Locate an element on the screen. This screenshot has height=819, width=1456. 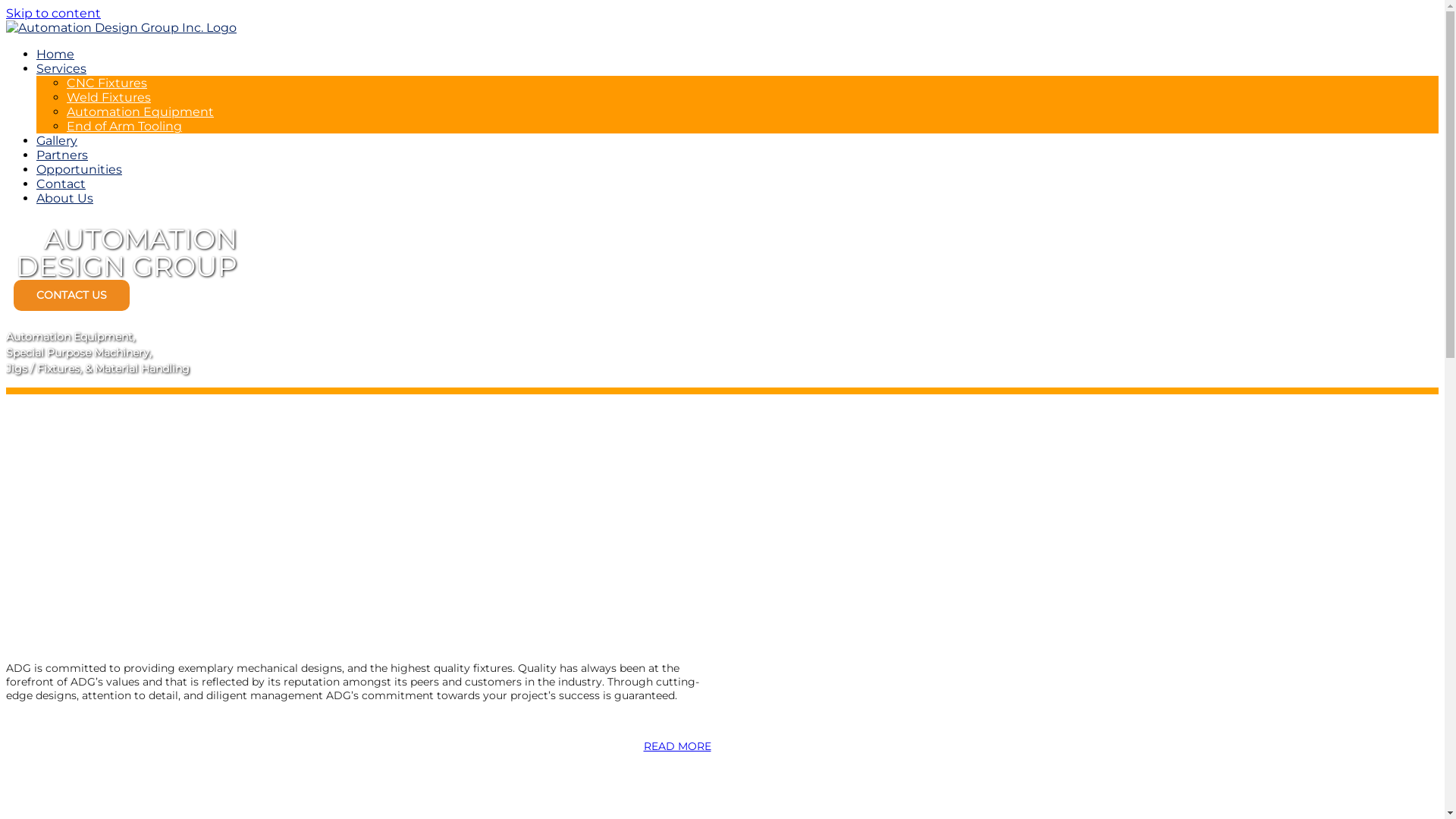
'Opportunities' is located at coordinates (78, 169).